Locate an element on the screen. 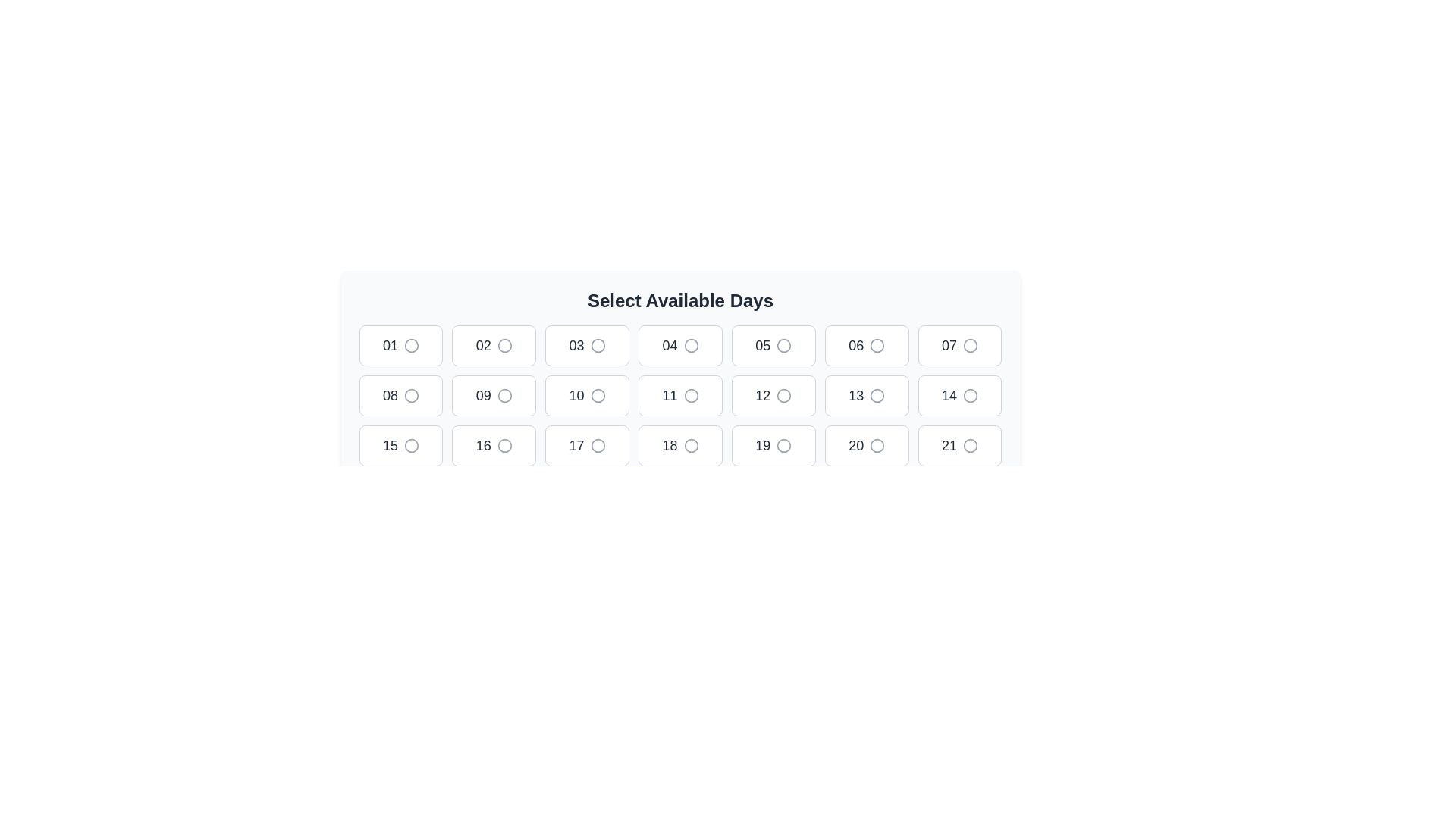 The height and width of the screenshot is (819, 1456). displayed value of the Text label showing the day number '11' in the interactive calendar interface is located at coordinates (669, 394).